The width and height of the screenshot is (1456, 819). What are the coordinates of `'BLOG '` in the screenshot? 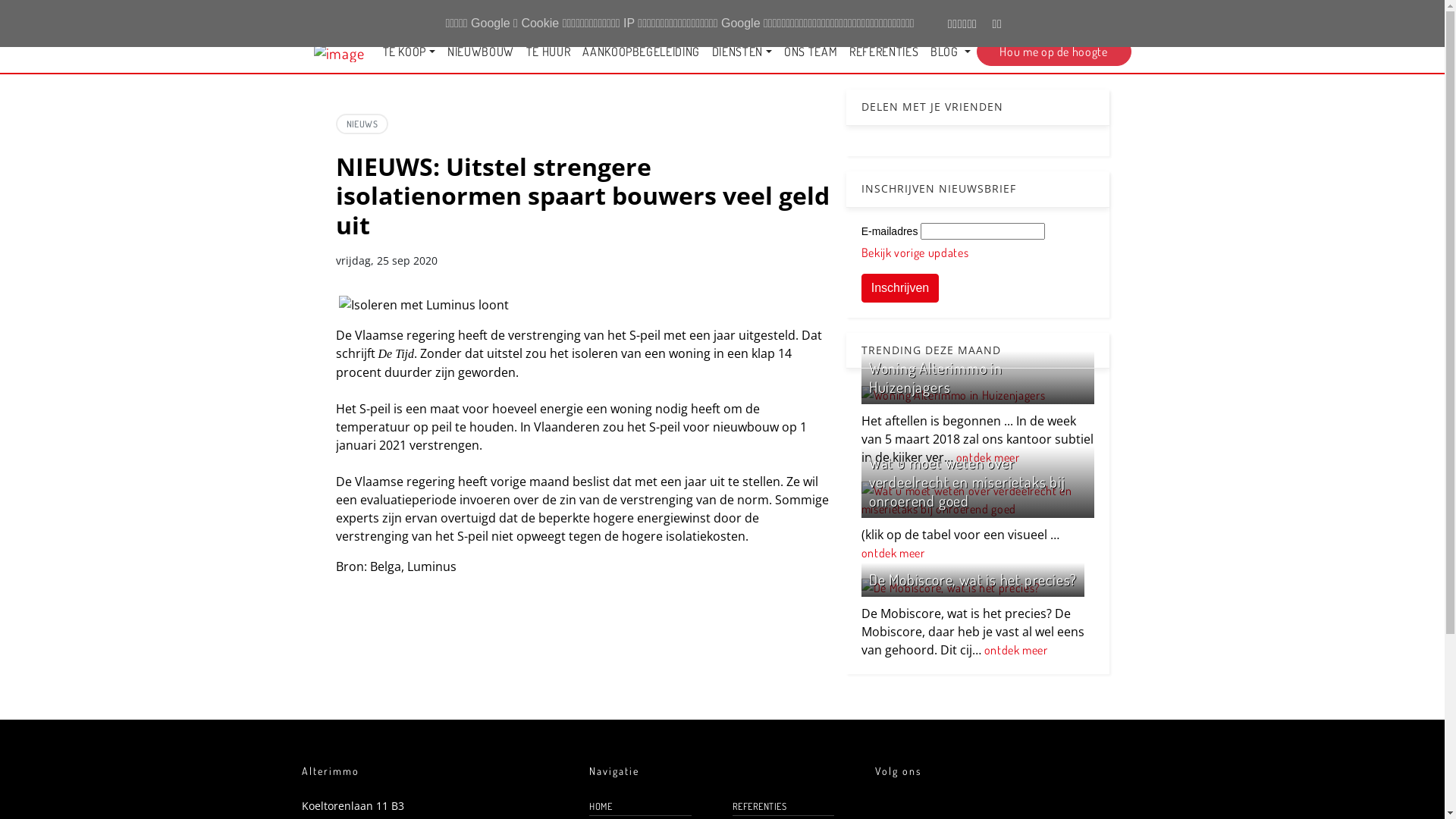 It's located at (949, 51).